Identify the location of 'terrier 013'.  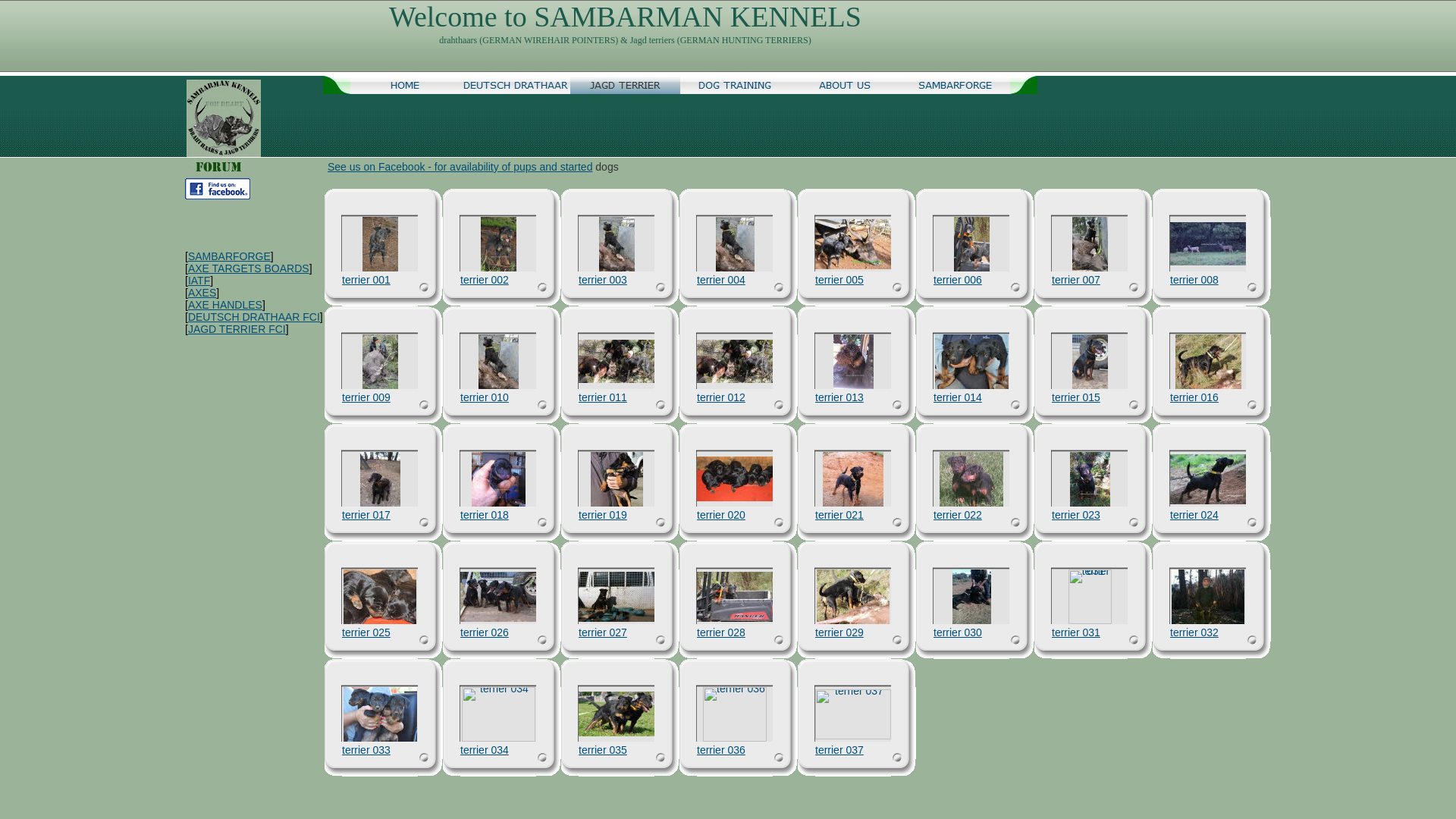
(852, 362).